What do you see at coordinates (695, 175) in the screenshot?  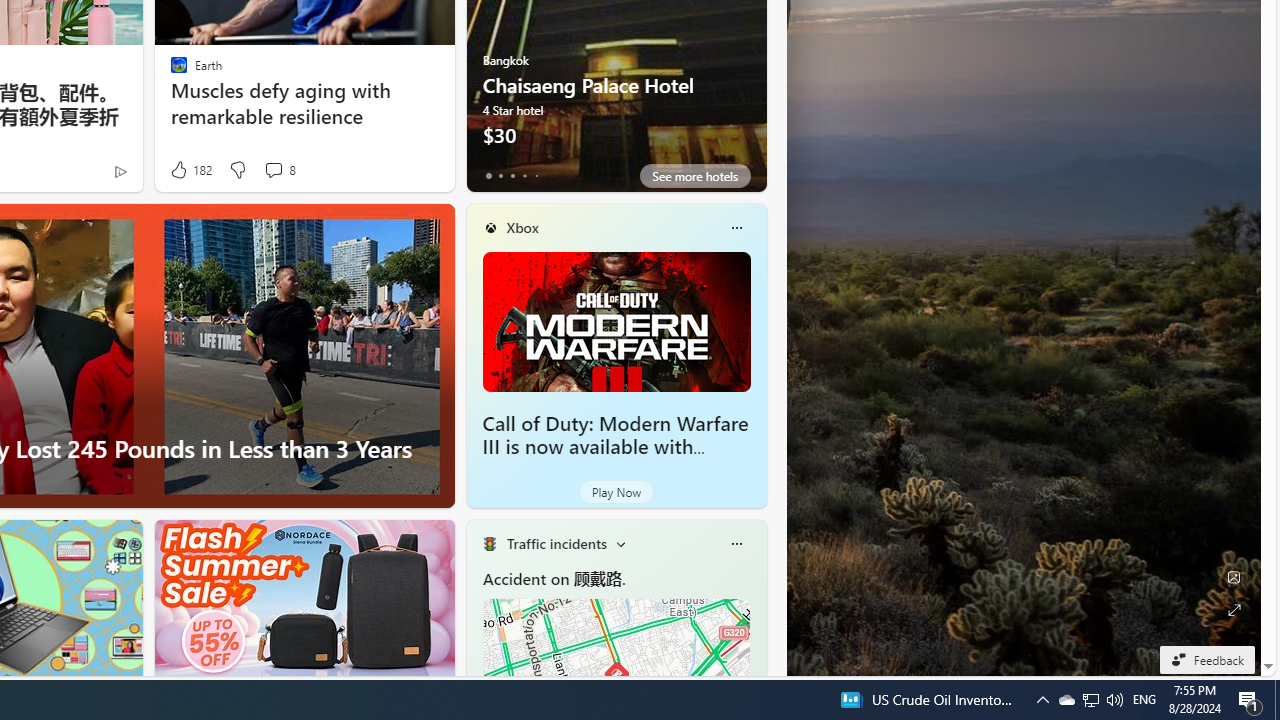 I see `'See more hotels'` at bounding box center [695, 175].